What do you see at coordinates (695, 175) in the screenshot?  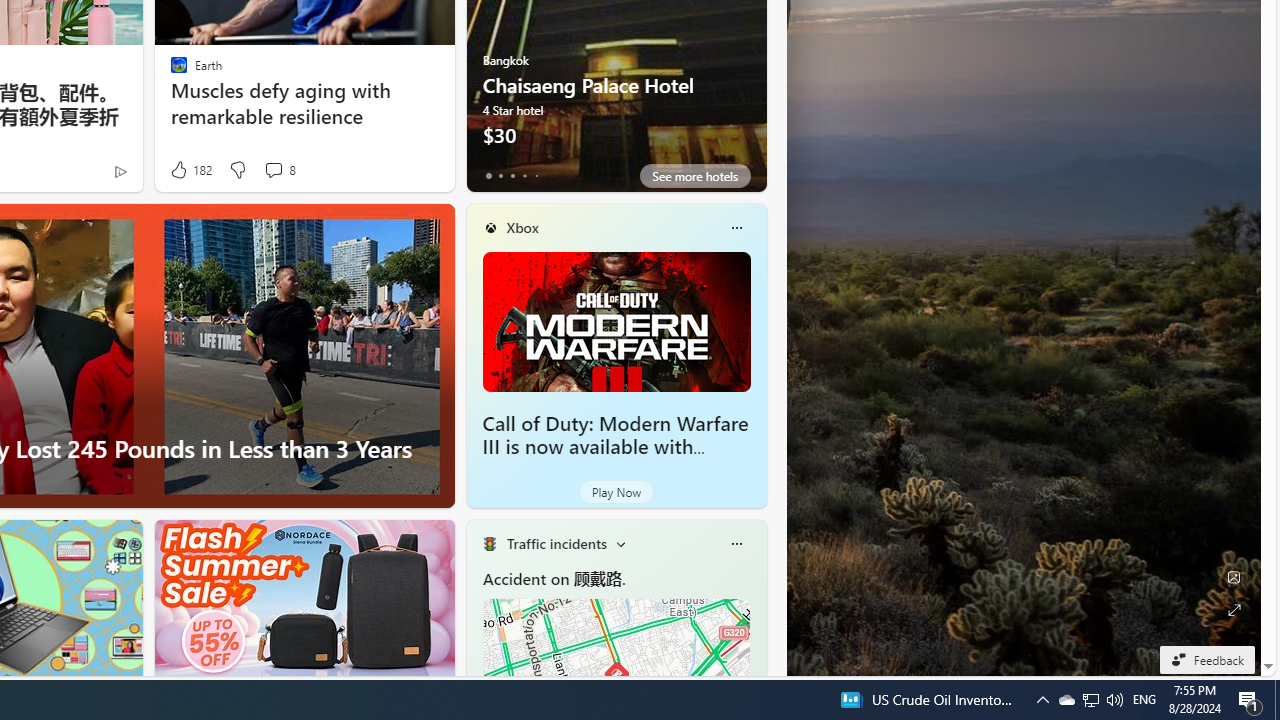 I see `'See more hotels'` at bounding box center [695, 175].